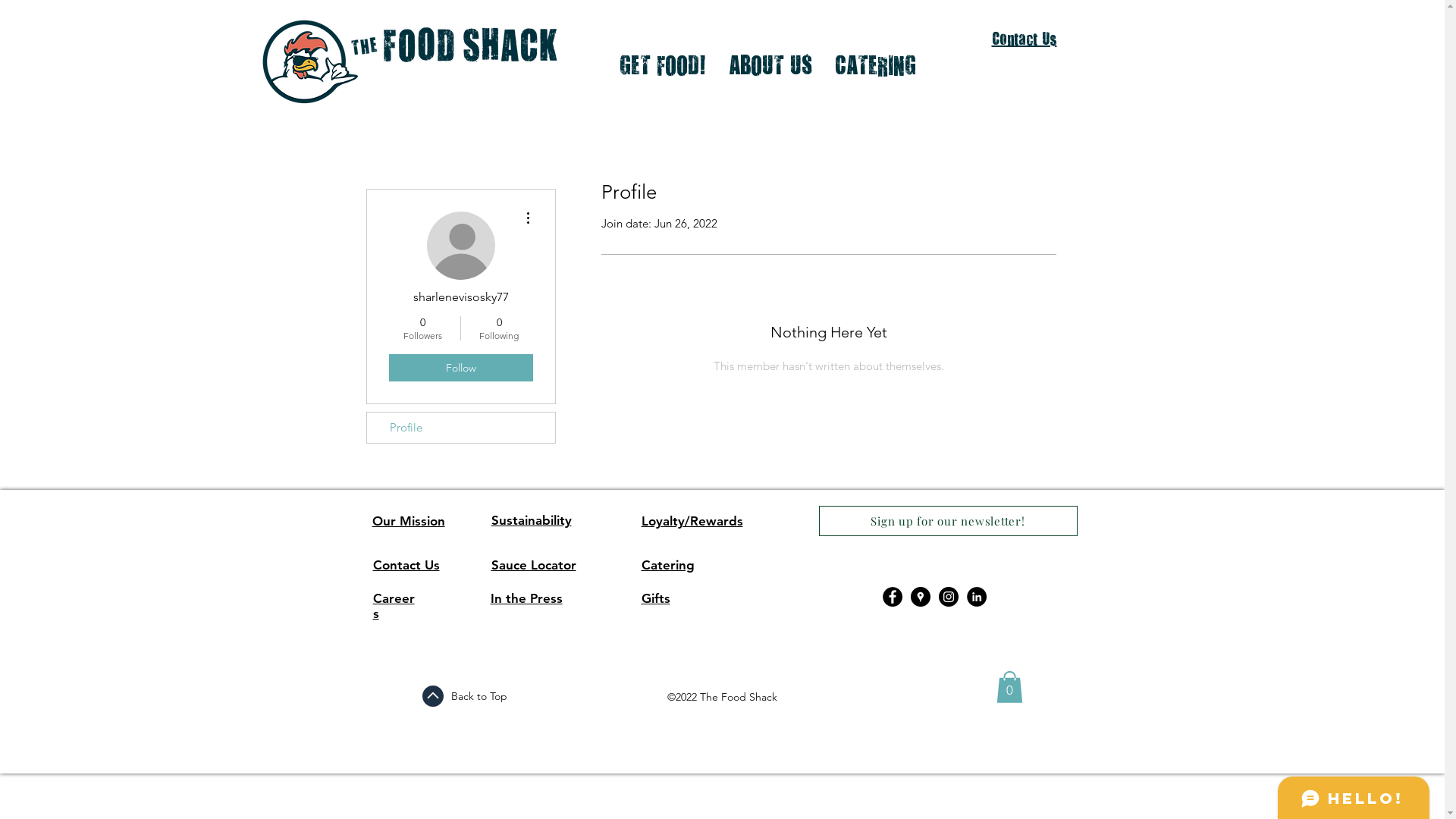 Image resolution: width=1456 pixels, height=819 pixels. I want to click on 'CATERING', so click(875, 64).